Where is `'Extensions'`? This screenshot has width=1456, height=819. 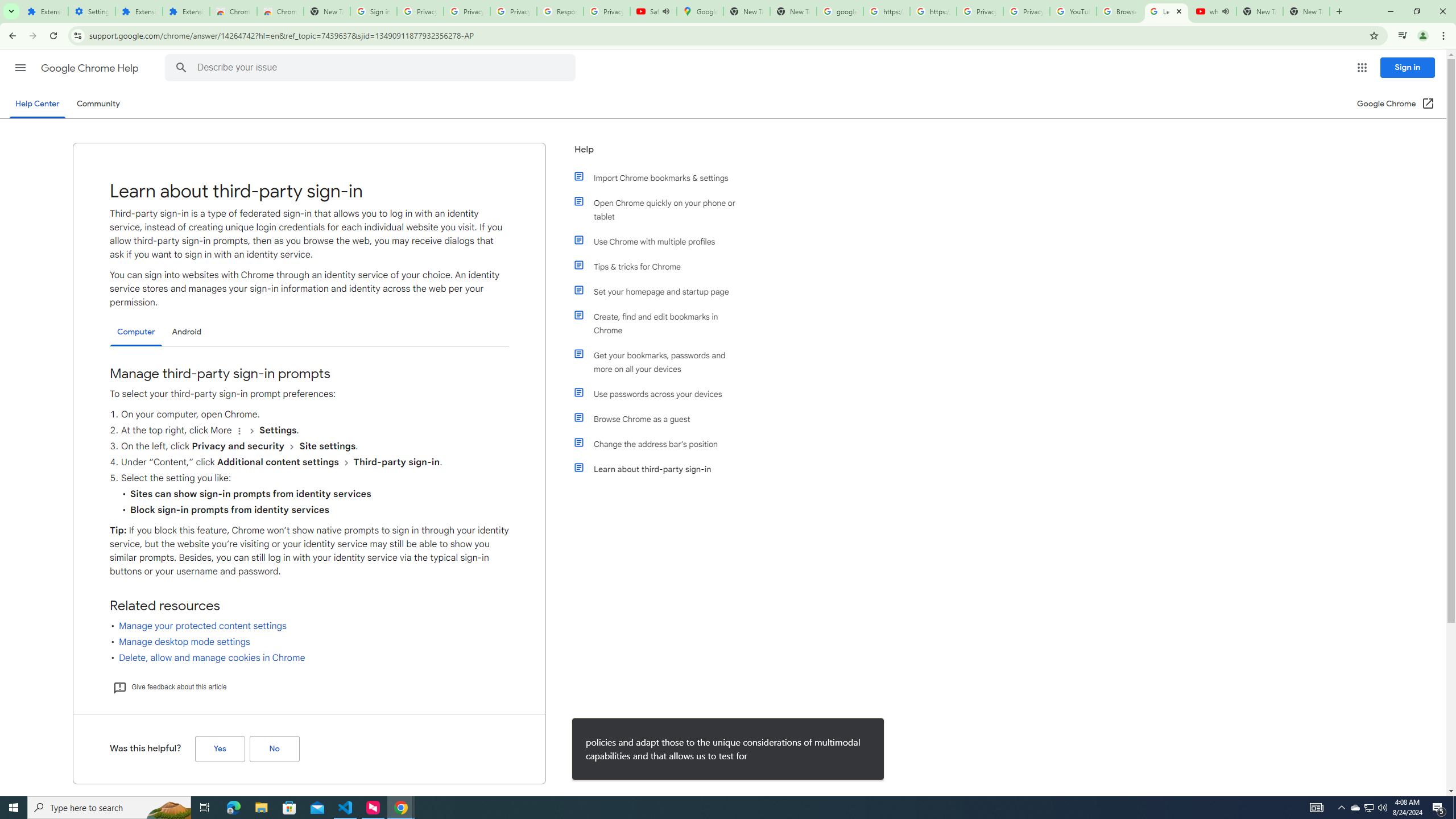 'Extensions' is located at coordinates (44, 11).